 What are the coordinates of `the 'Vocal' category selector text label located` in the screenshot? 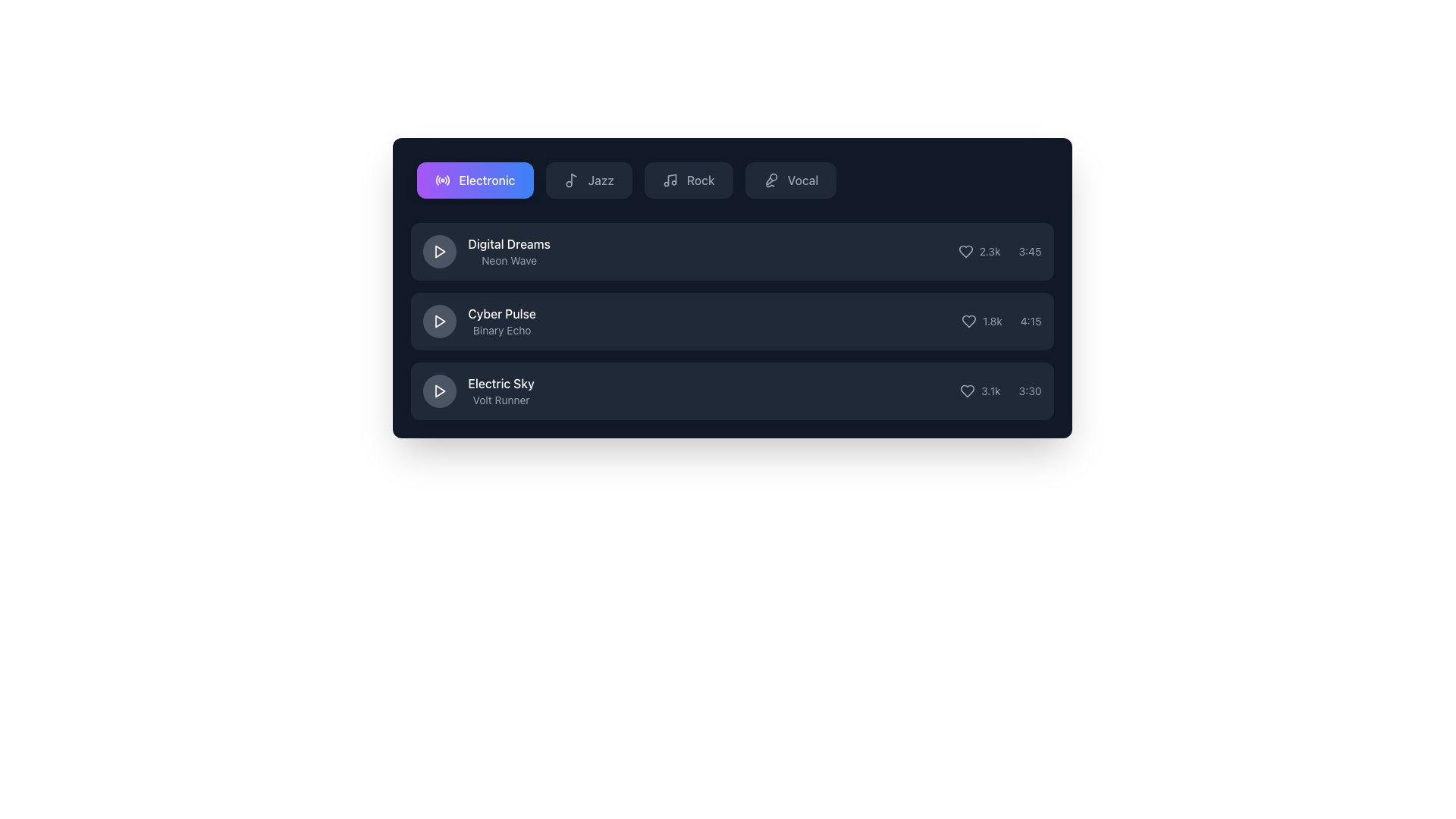 It's located at (802, 180).